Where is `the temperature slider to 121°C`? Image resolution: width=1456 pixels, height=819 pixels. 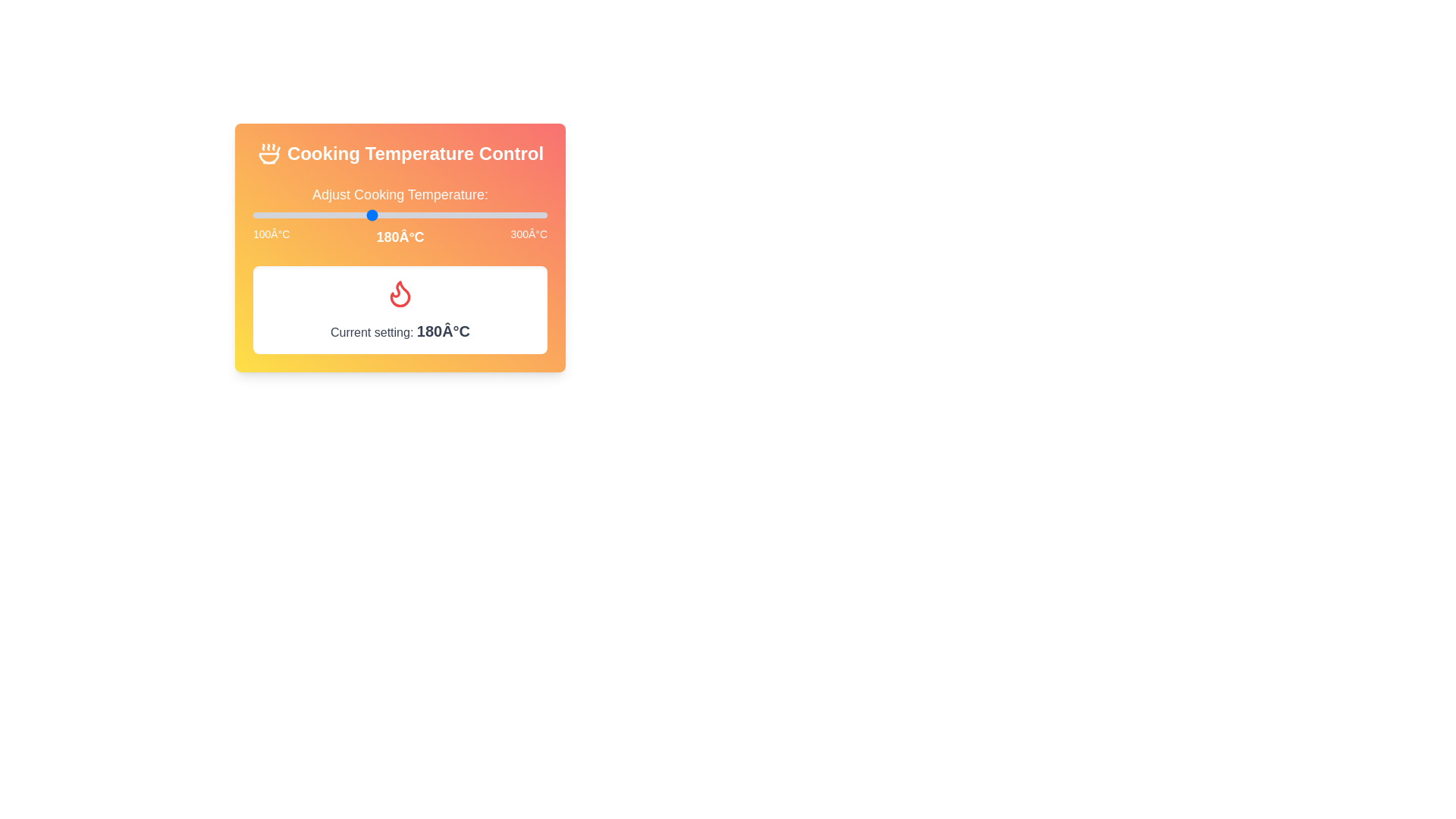 the temperature slider to 121°C is located at coordinates (284, 215).